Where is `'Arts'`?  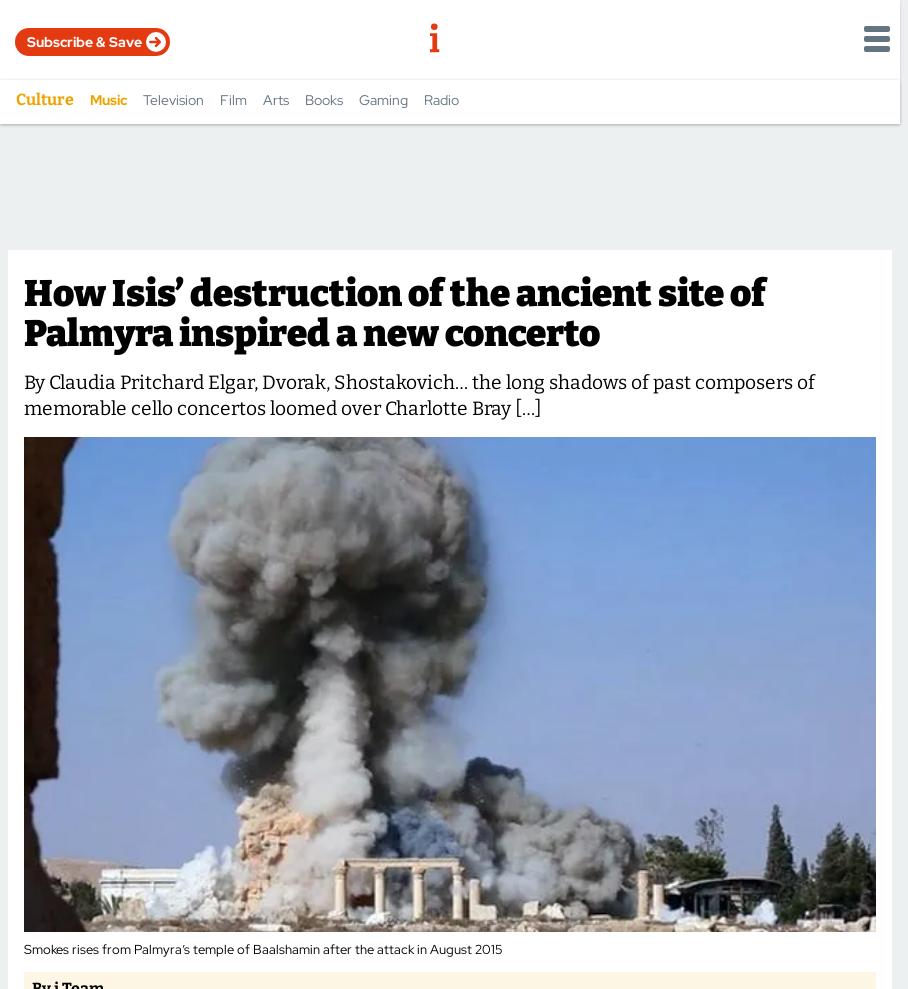 'Arts' is located at coordinates (276, 99).